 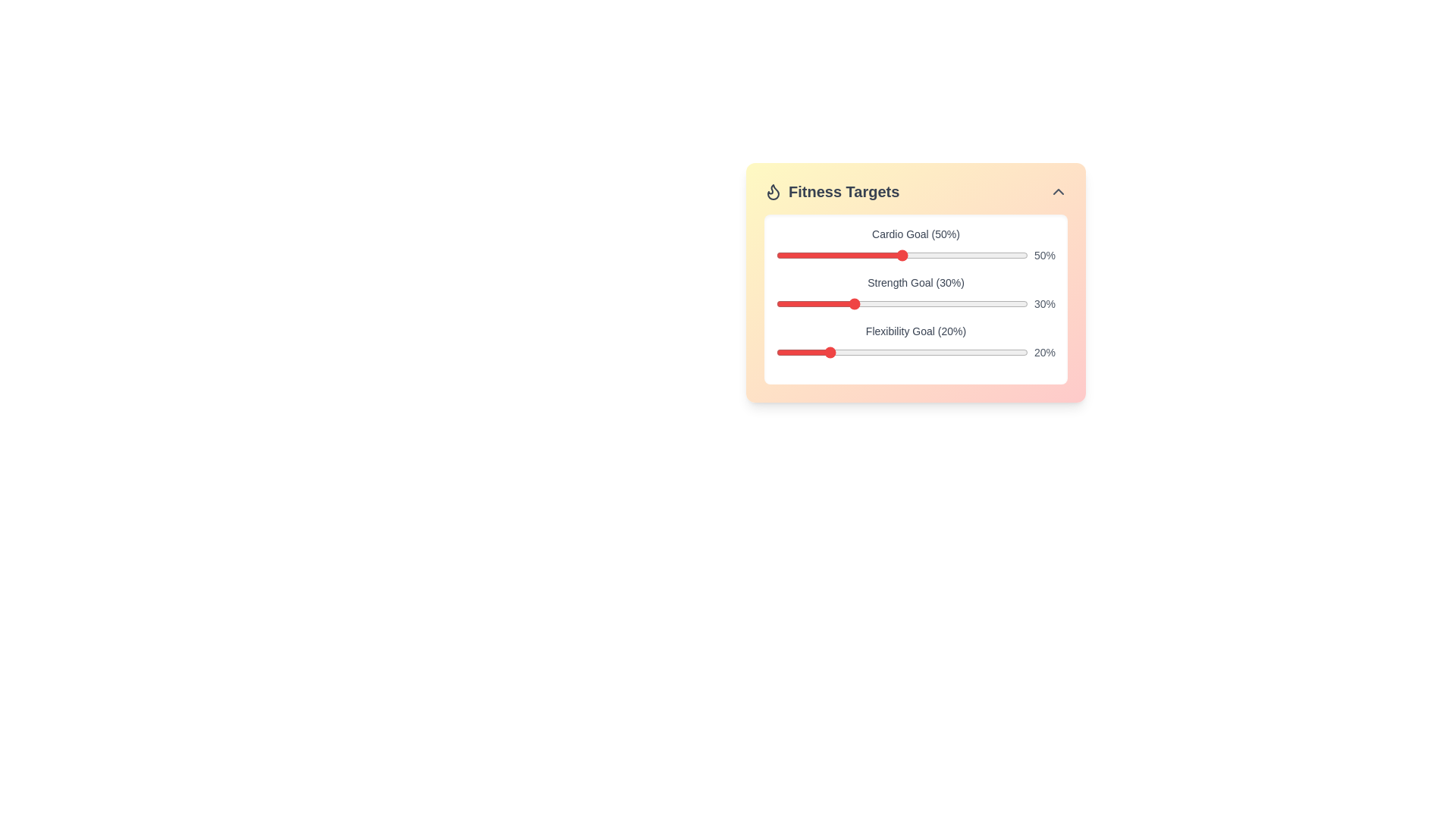 What do you see at coordinates (1058, 191) in the screenshot?
I see `toggle button to collapse or expand the Fitness Targets section` at bounding box center [1058, 191].